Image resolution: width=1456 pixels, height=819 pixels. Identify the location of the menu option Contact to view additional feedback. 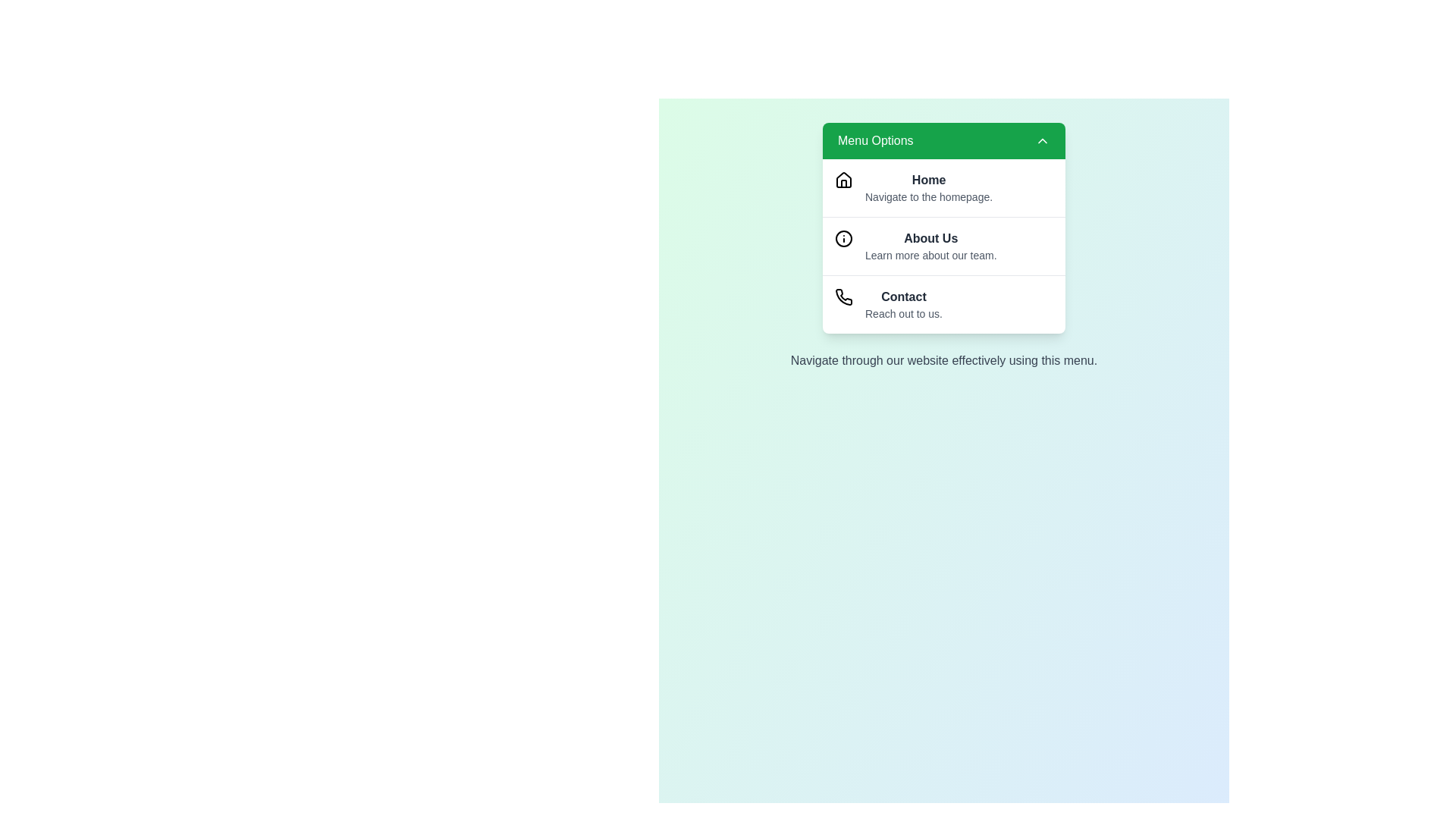
(943, 304).